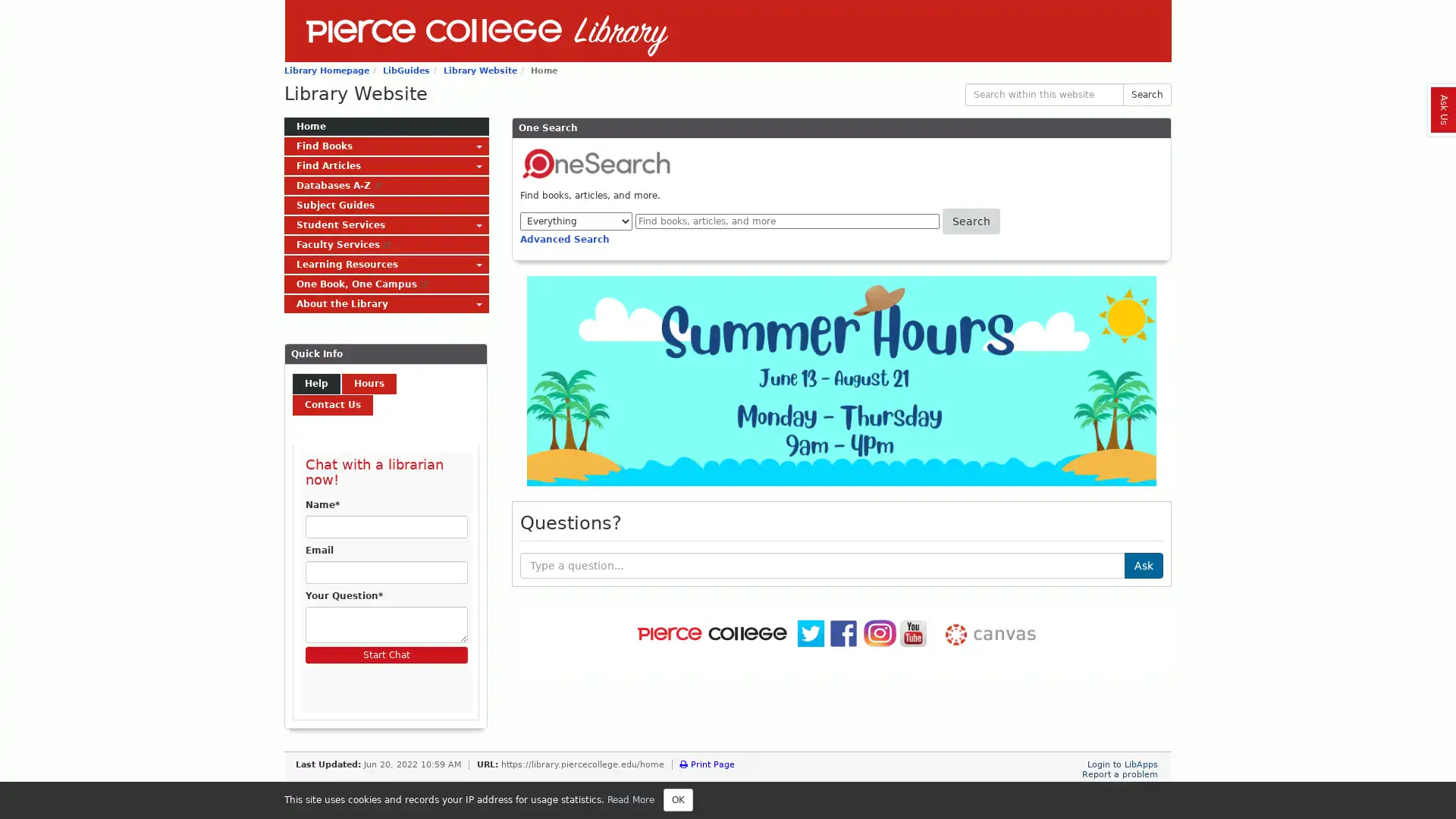  I want to click on Search, so click(1147, 94).